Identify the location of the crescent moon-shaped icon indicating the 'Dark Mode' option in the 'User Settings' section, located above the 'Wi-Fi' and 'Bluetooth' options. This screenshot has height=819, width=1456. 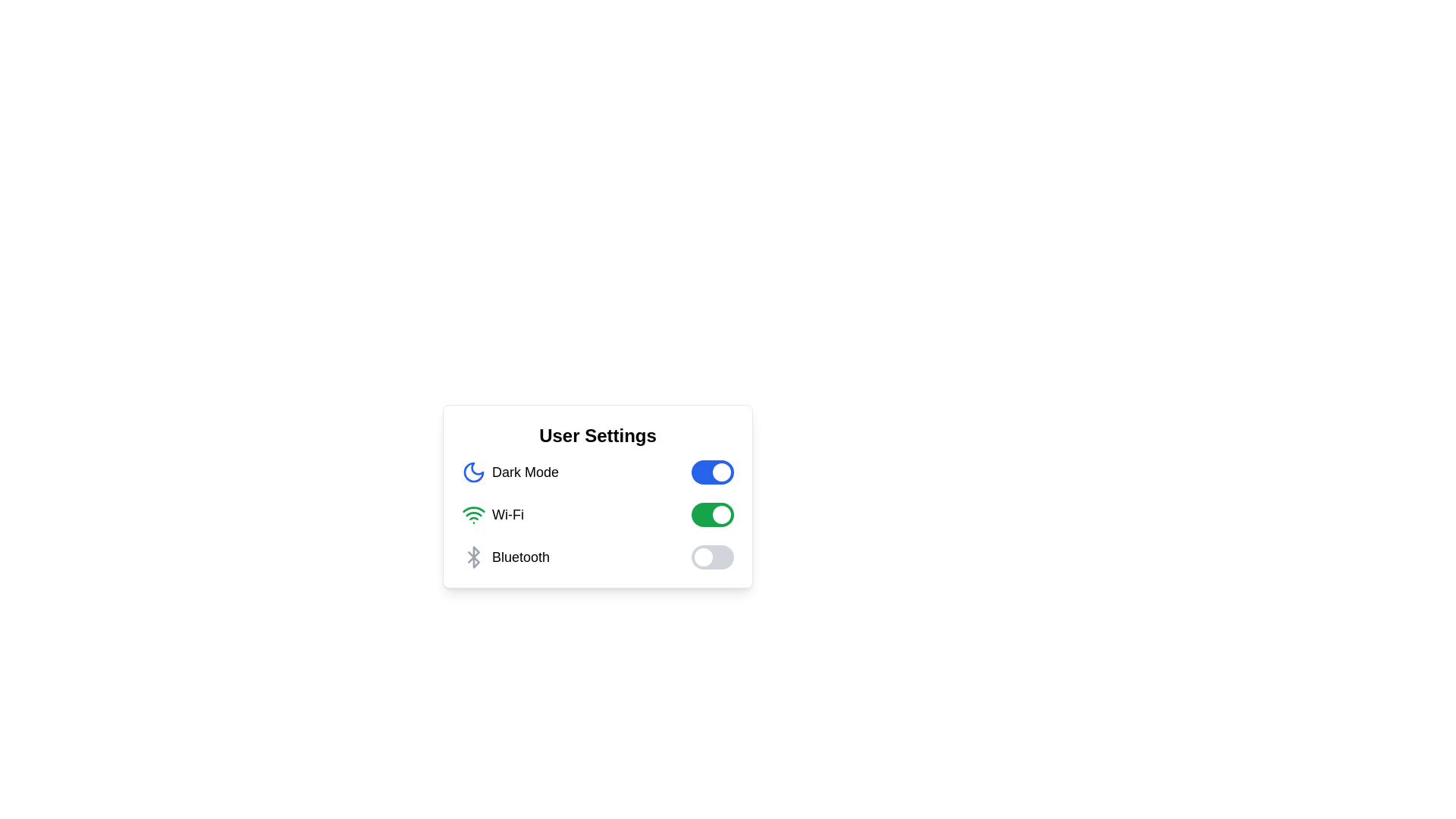
(472, 472).